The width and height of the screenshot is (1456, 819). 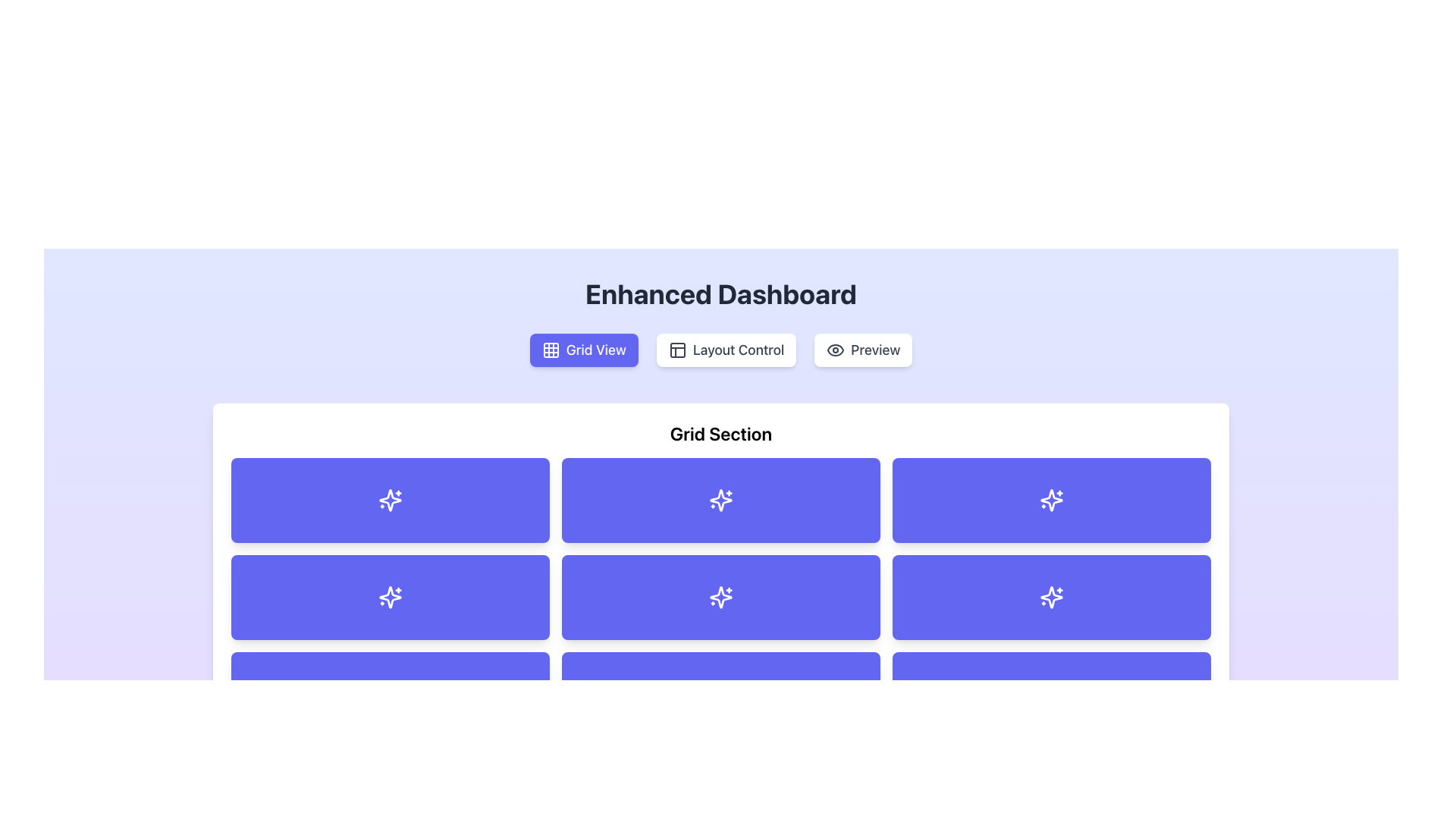 What do you see at coordinates (391, 500) in the screenshot?
I see `the decorative icon centered within the first card of the top row in the 'Grid Section'` at bounding box center [391, 500].